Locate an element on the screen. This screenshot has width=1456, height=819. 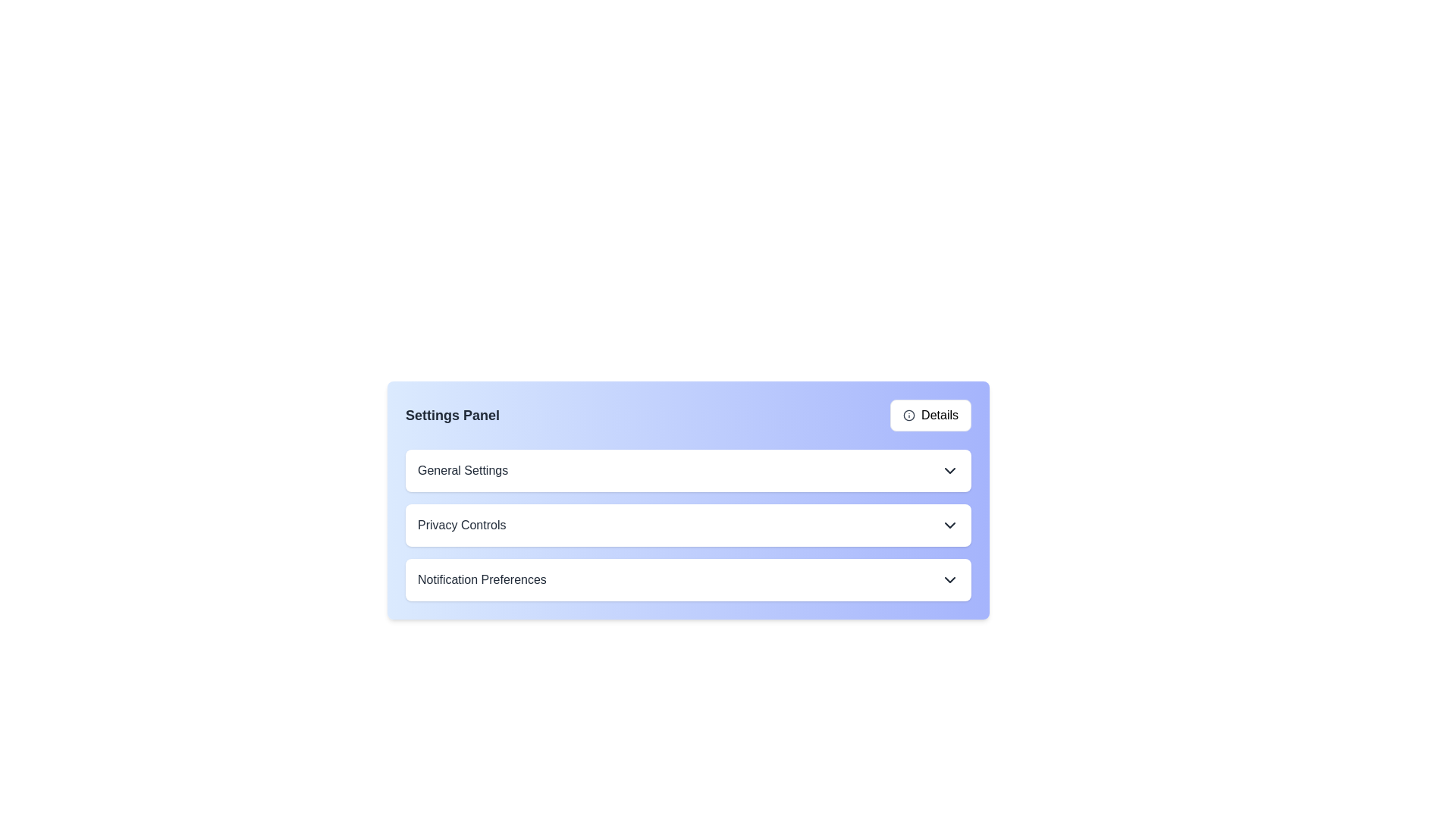
the 'Privacy Controls' dropdown menu is located at coordinates (687, 525).